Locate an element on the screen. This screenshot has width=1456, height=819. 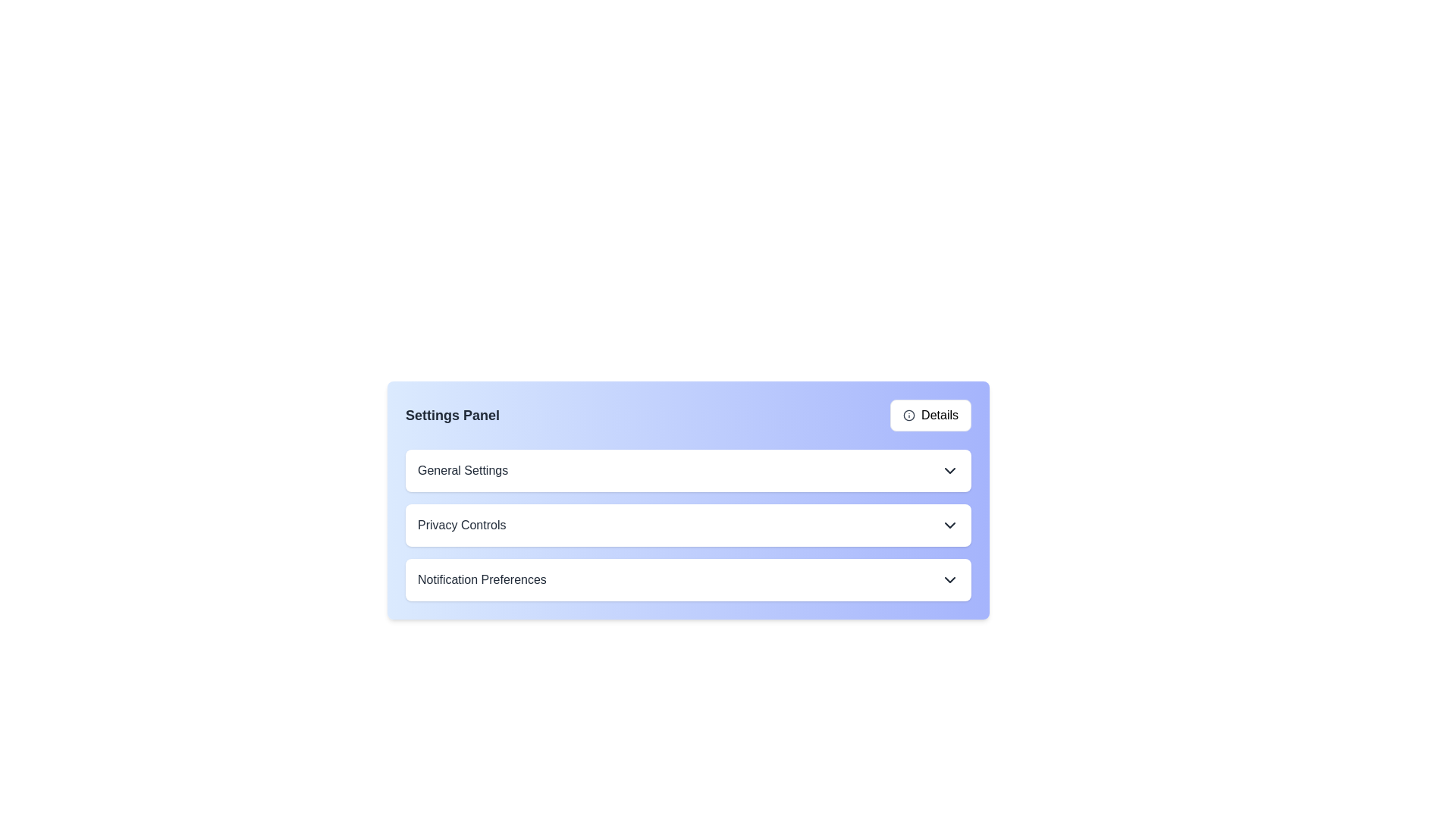
the 'Privacy Controls' dropdown menu is located at coordinates (687, 525).